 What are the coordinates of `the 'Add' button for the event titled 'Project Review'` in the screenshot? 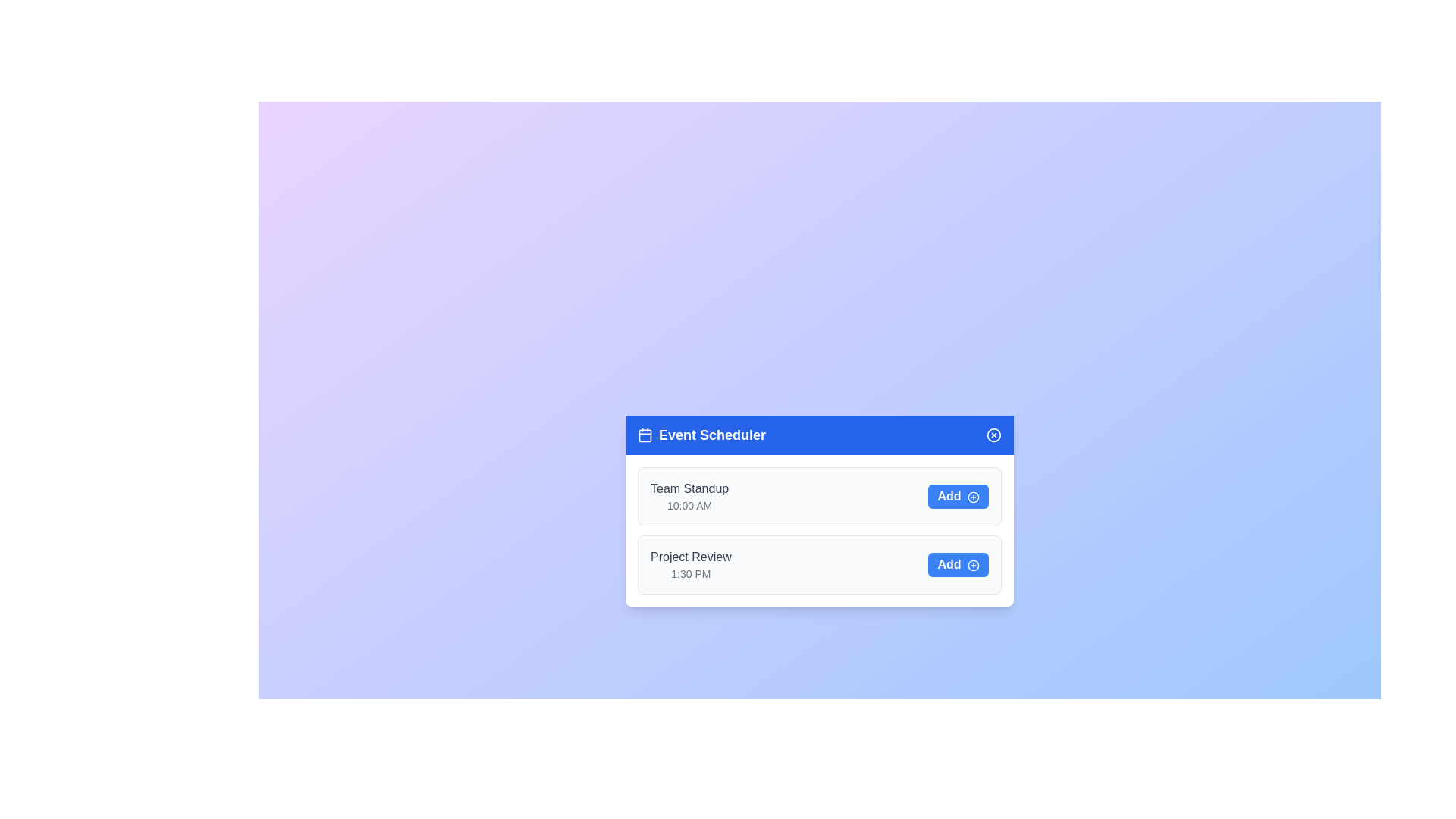 It's located at (957, 564).